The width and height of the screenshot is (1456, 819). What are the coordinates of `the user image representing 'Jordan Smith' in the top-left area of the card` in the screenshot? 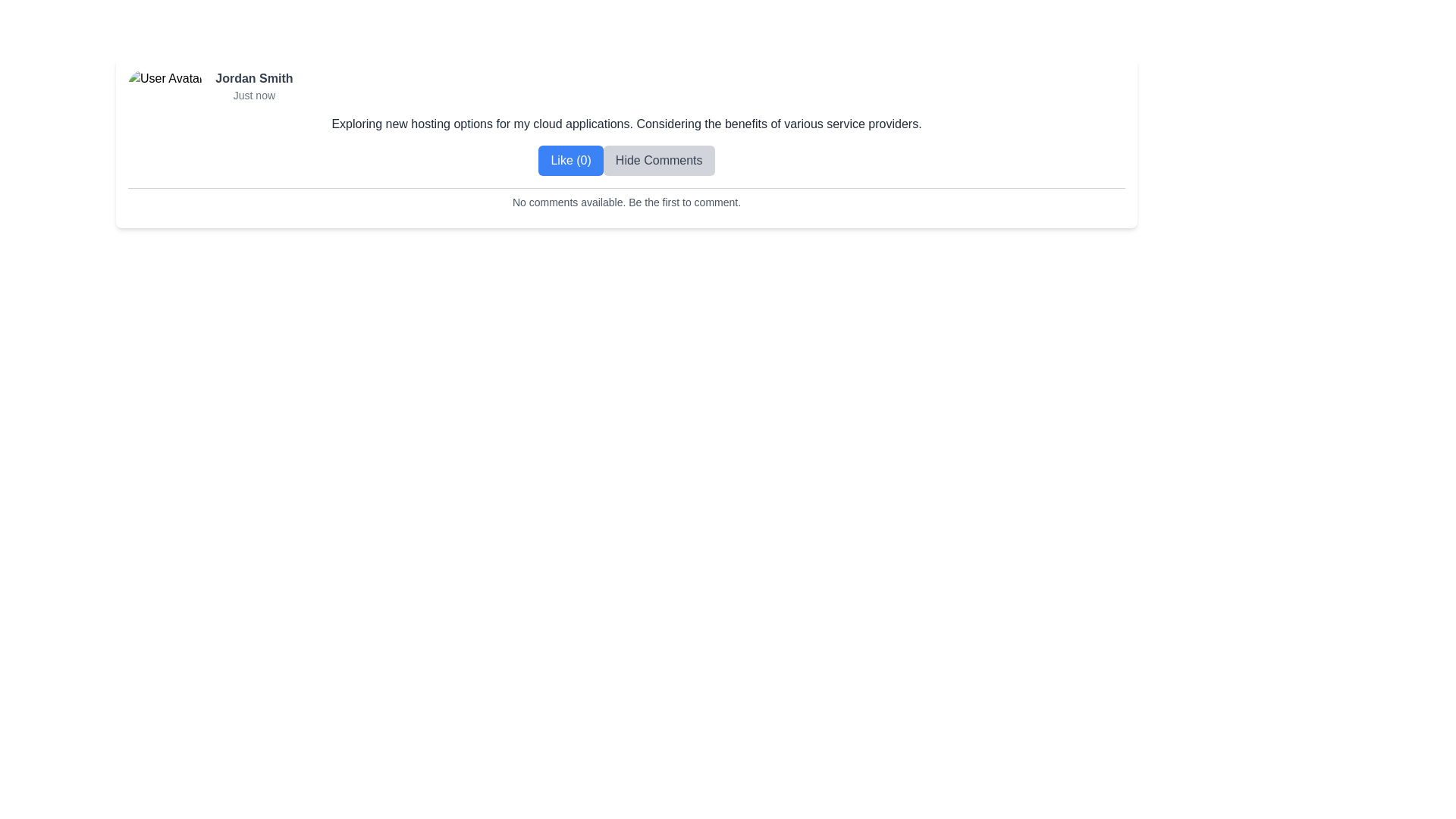 It's located at (165, 79).